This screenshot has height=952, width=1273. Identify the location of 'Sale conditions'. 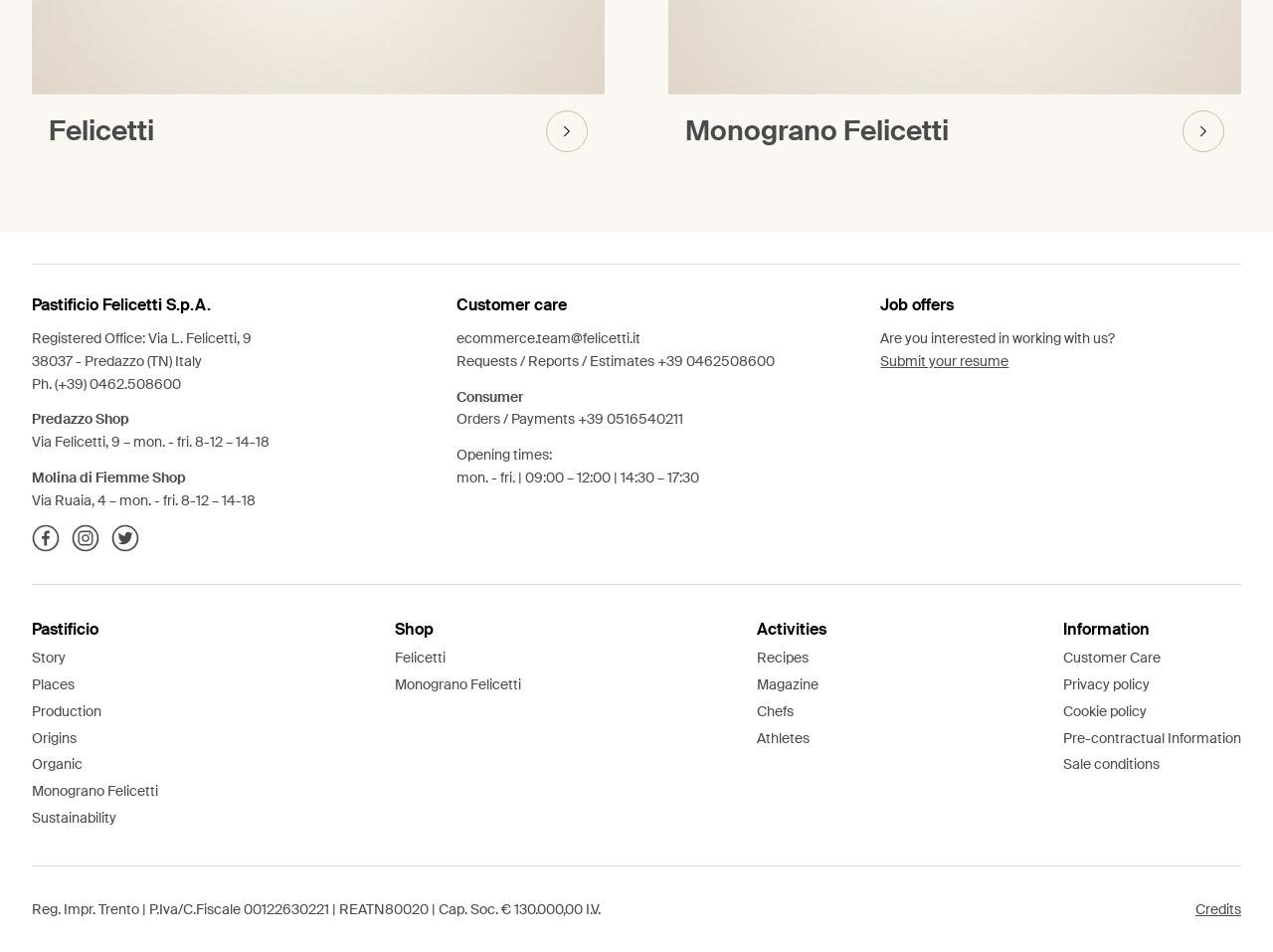
(1109, 762).